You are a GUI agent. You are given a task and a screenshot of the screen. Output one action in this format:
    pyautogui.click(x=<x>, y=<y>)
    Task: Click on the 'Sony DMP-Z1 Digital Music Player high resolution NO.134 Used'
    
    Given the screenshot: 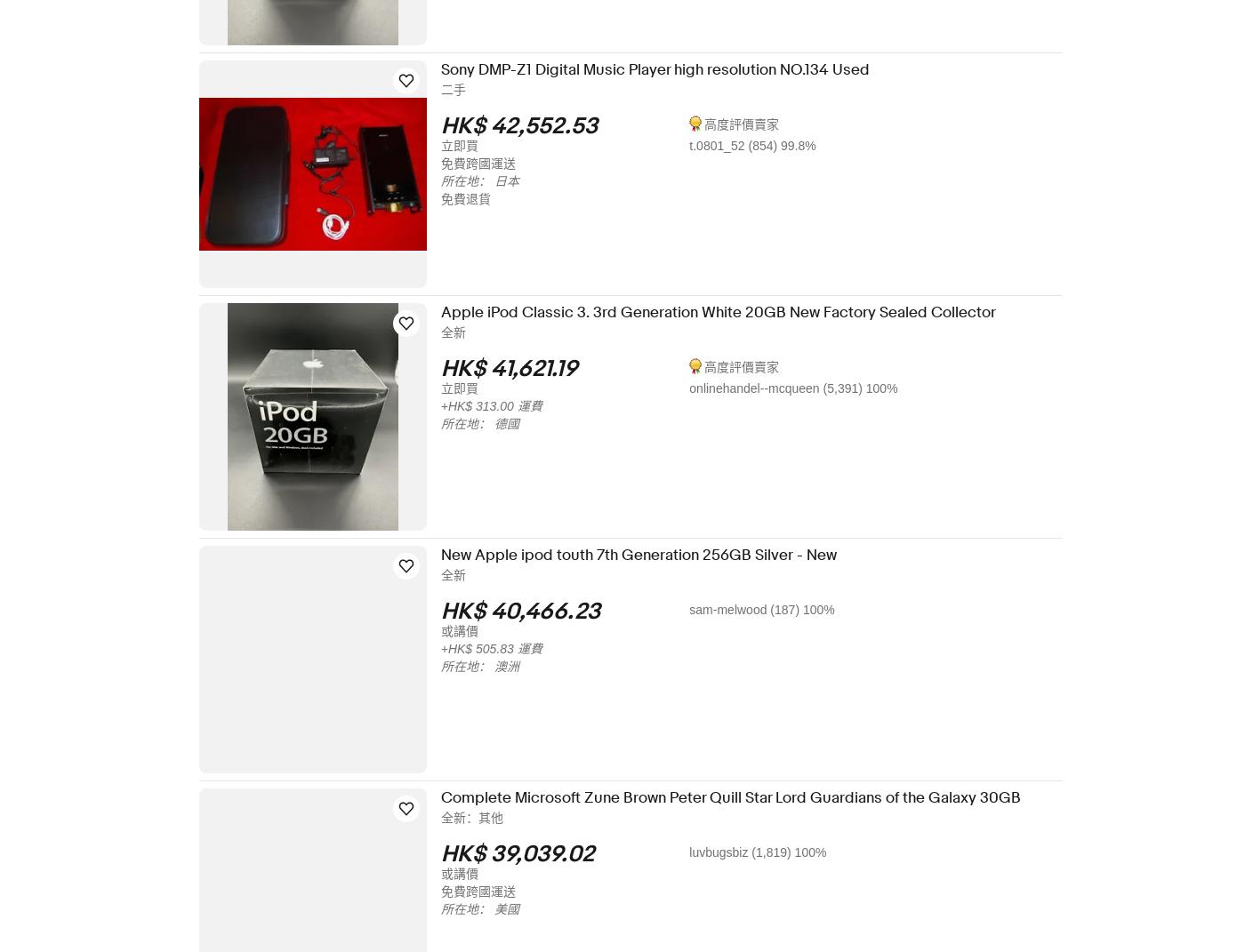 What is the action you would take?
    pyautogui.click(x=666, y=69)
    